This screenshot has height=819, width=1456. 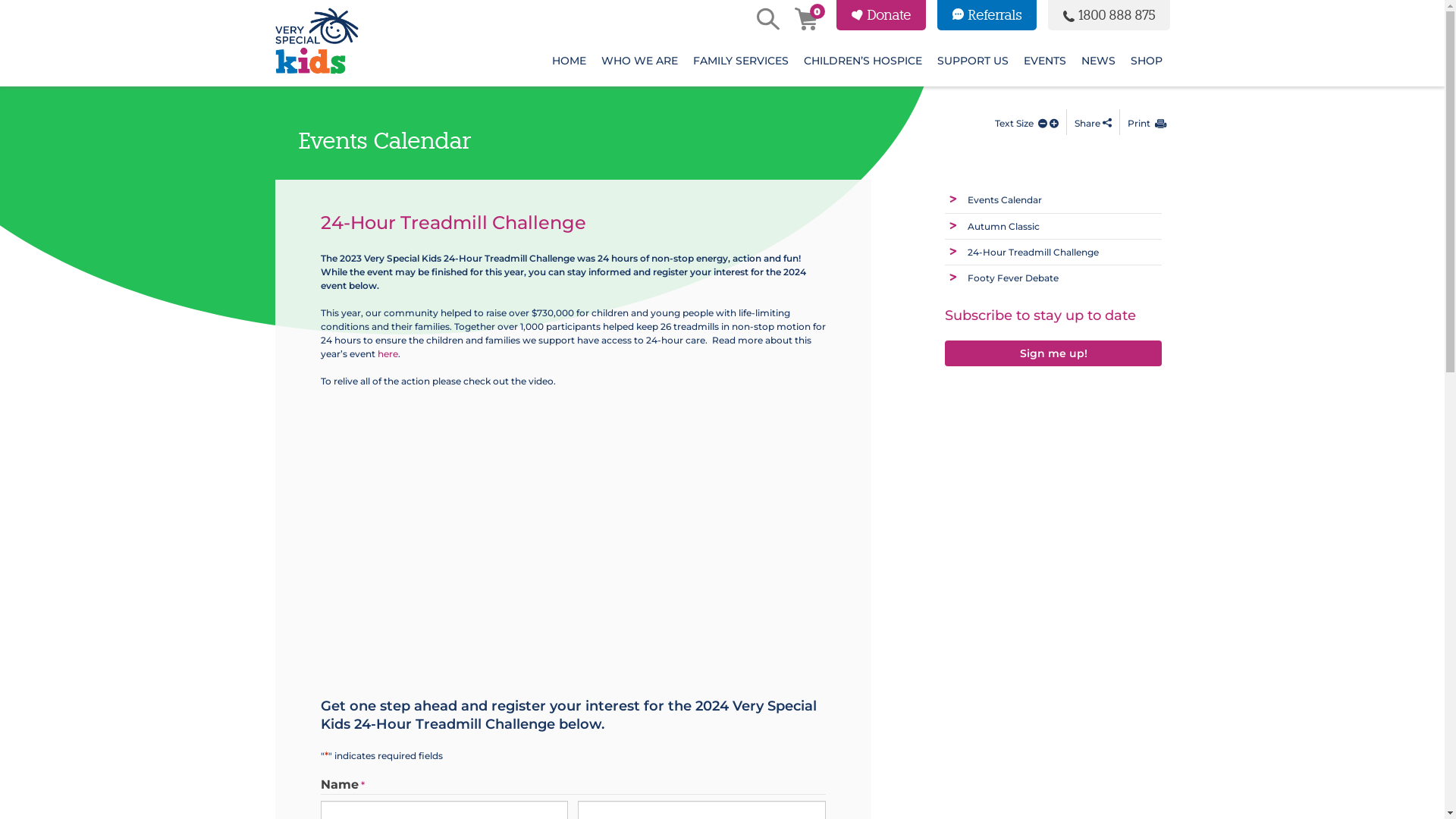 I want to click on 'Footy Fever Debate', so click(x=1012, y=278).